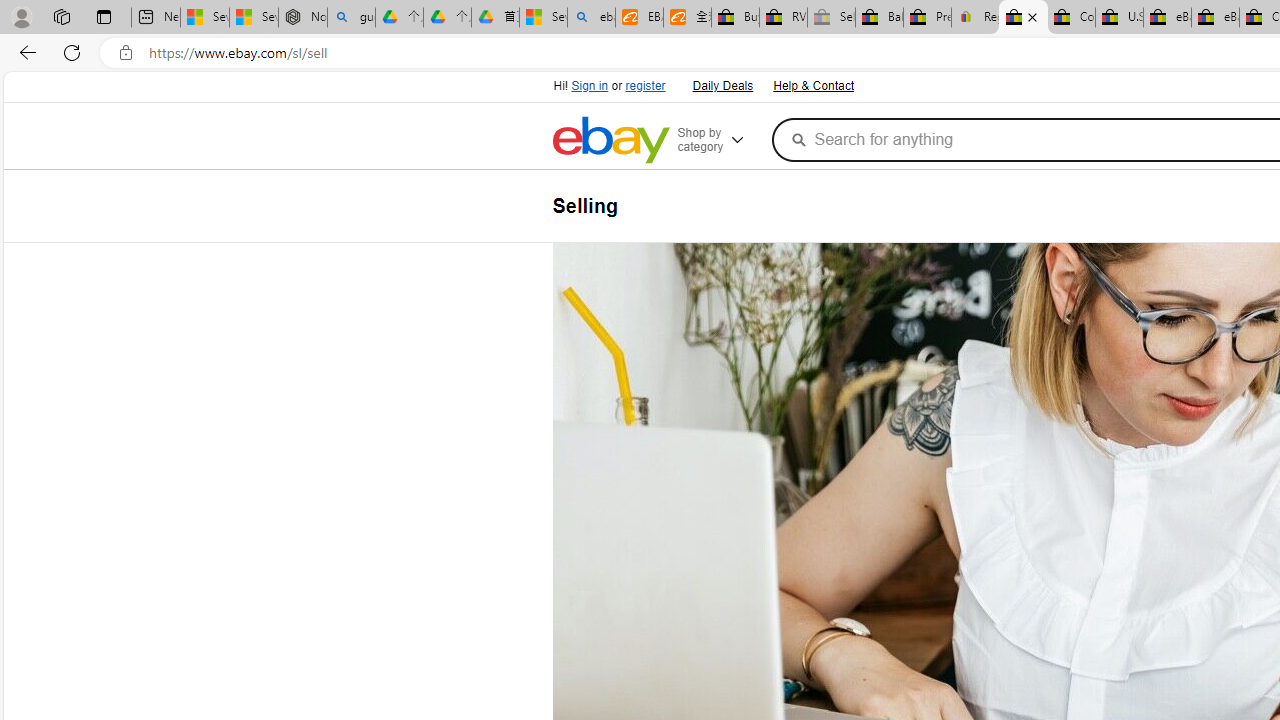 This screenshot has width=1280, height=720. Describe the element at coordinates (1070, 17) in the screenshot. I see `'Consumer Health Data Privacy Policy - eBay Inc.'` at that location.